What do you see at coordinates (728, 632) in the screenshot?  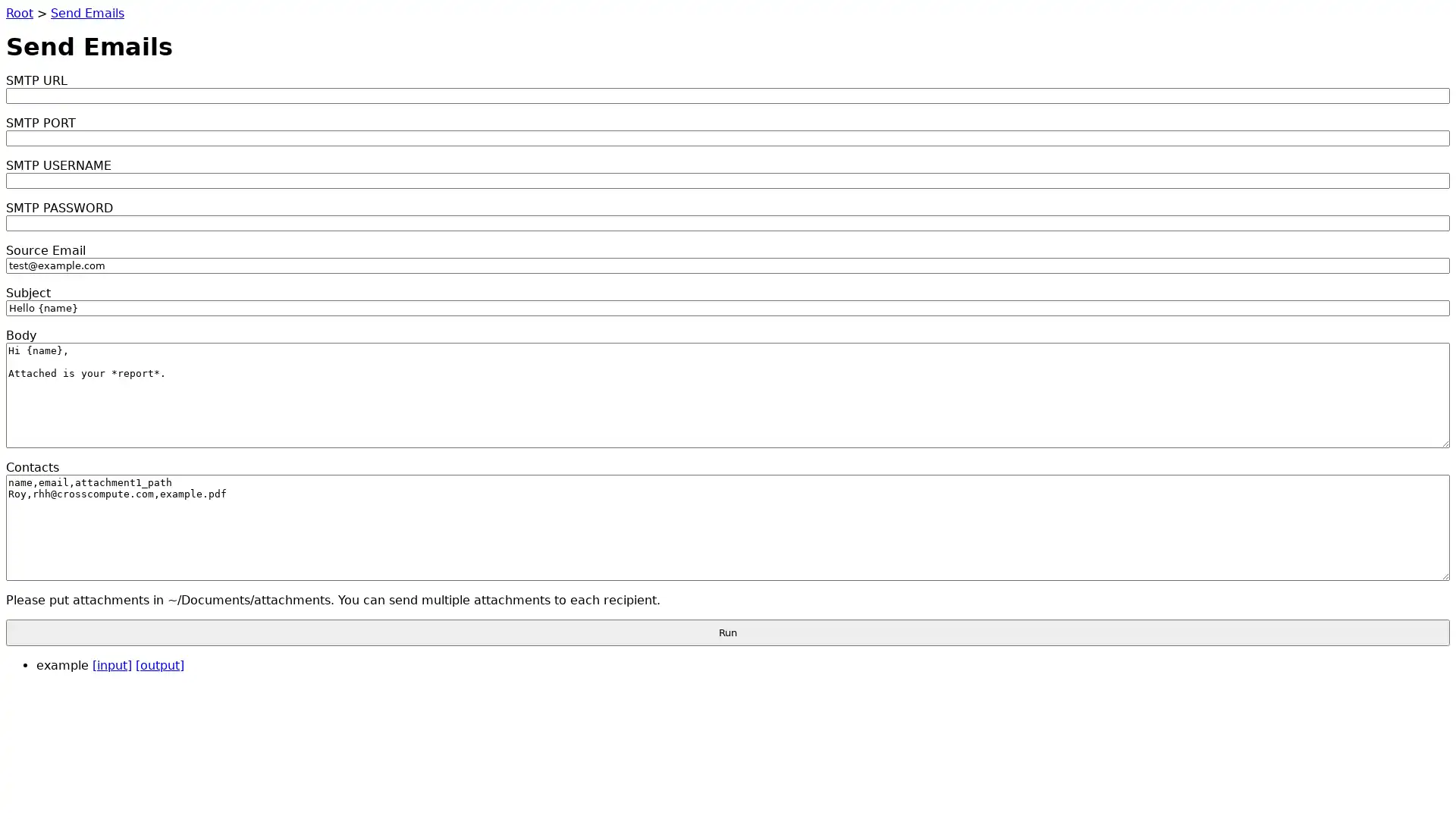 I see `Run` at bounding box center [728, 632].